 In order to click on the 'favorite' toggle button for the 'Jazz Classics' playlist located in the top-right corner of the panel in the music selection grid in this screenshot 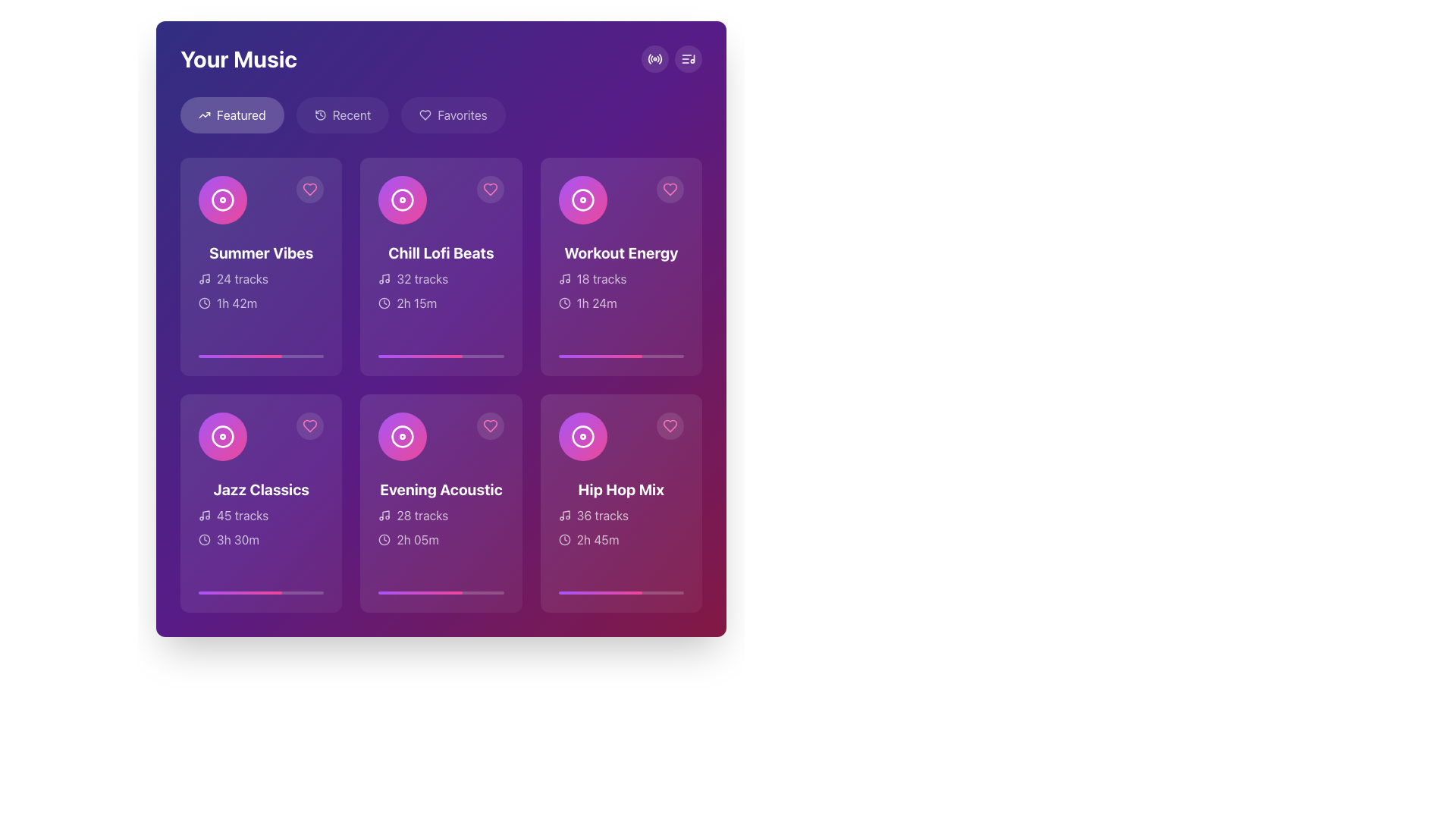, I will do `click(309, 426)`.